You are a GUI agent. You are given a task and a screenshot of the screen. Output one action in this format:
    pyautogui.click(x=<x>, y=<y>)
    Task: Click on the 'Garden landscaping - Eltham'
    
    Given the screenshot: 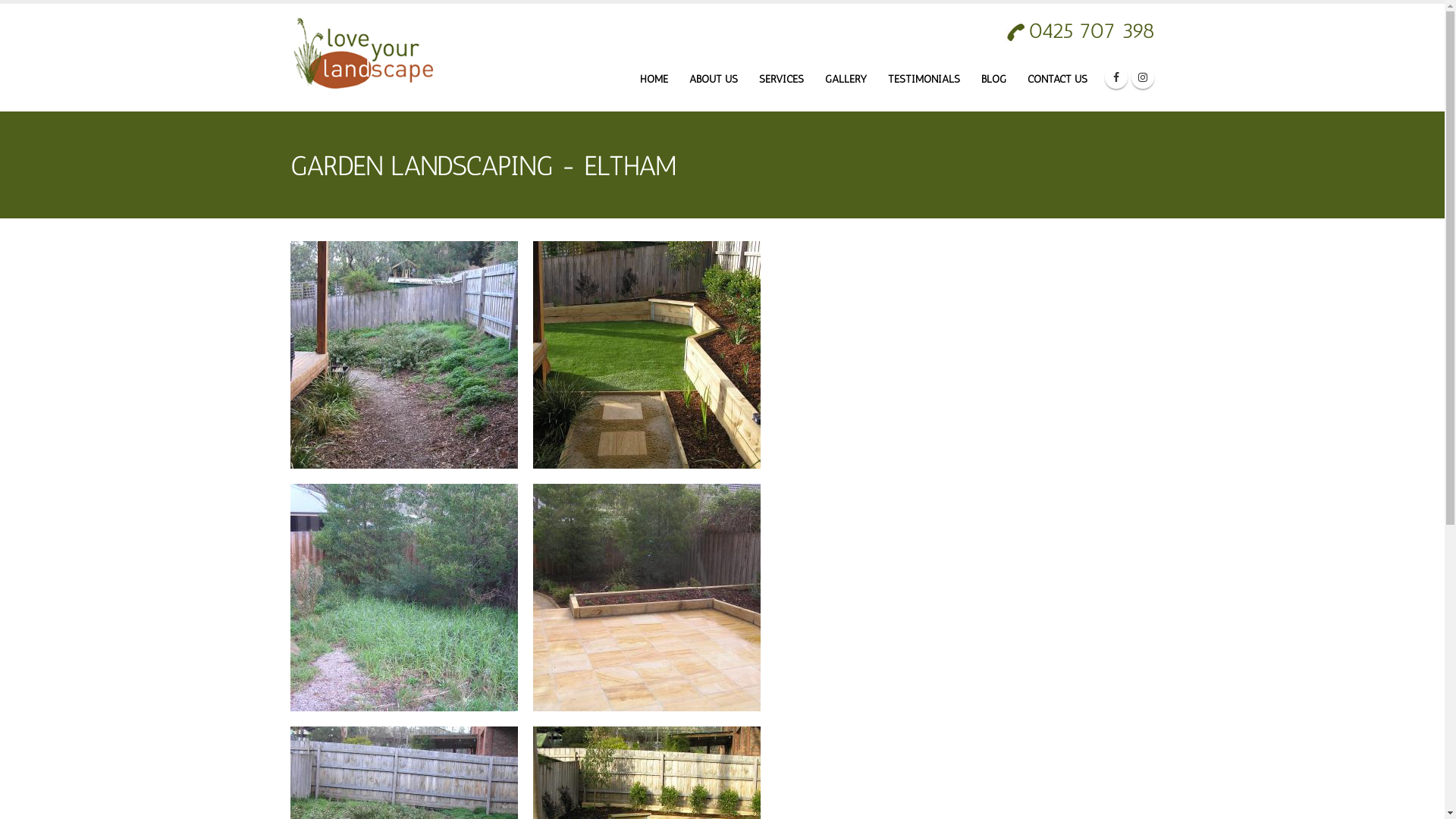 What is the action you would take?
    pyautogui.click(x=645, y=596)
    